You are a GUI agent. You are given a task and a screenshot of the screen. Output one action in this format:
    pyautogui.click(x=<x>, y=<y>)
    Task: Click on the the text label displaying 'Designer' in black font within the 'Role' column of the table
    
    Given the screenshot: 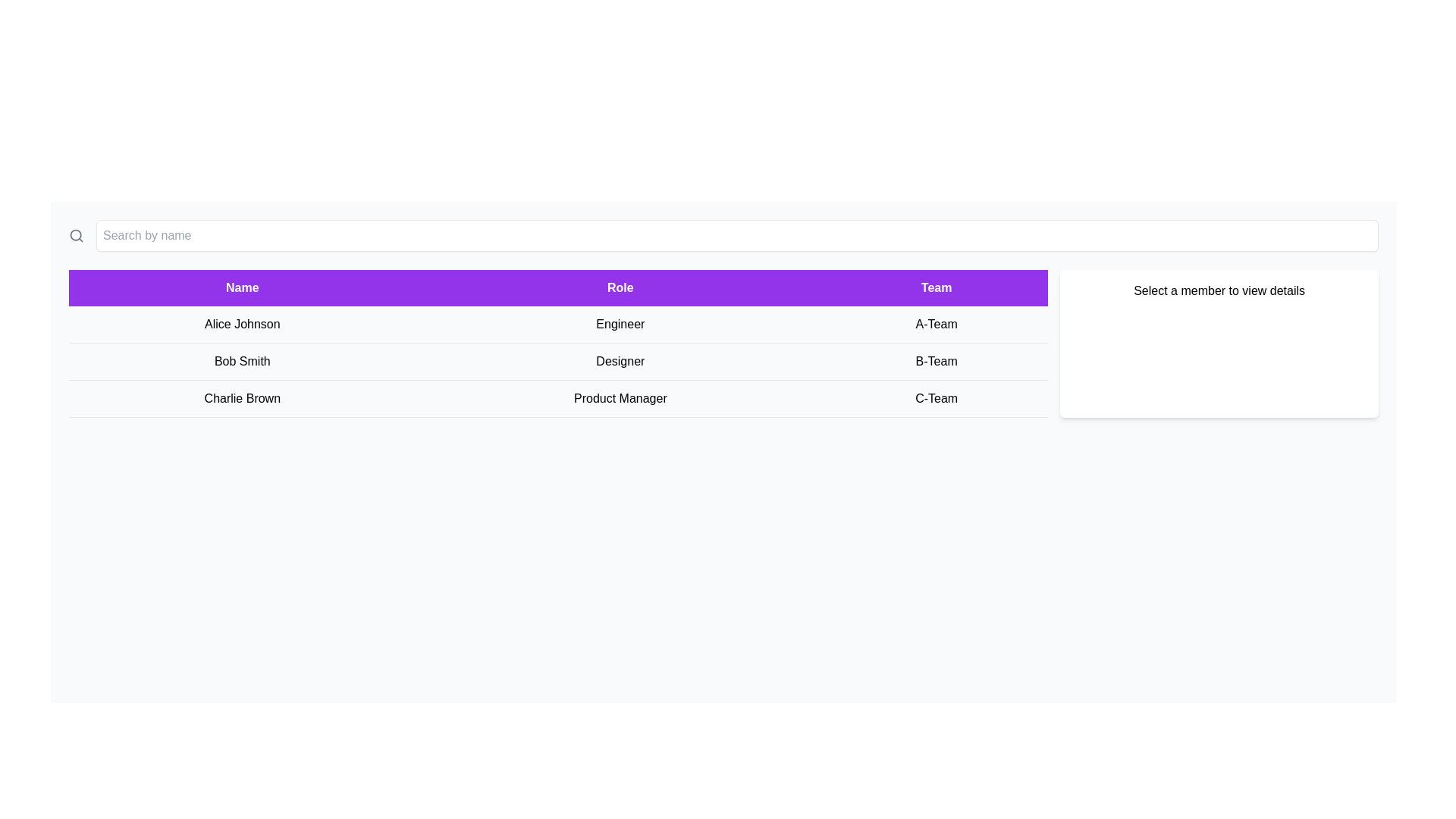 What is the action you would take?
    pyautogui.click(x=620, y=362)
    